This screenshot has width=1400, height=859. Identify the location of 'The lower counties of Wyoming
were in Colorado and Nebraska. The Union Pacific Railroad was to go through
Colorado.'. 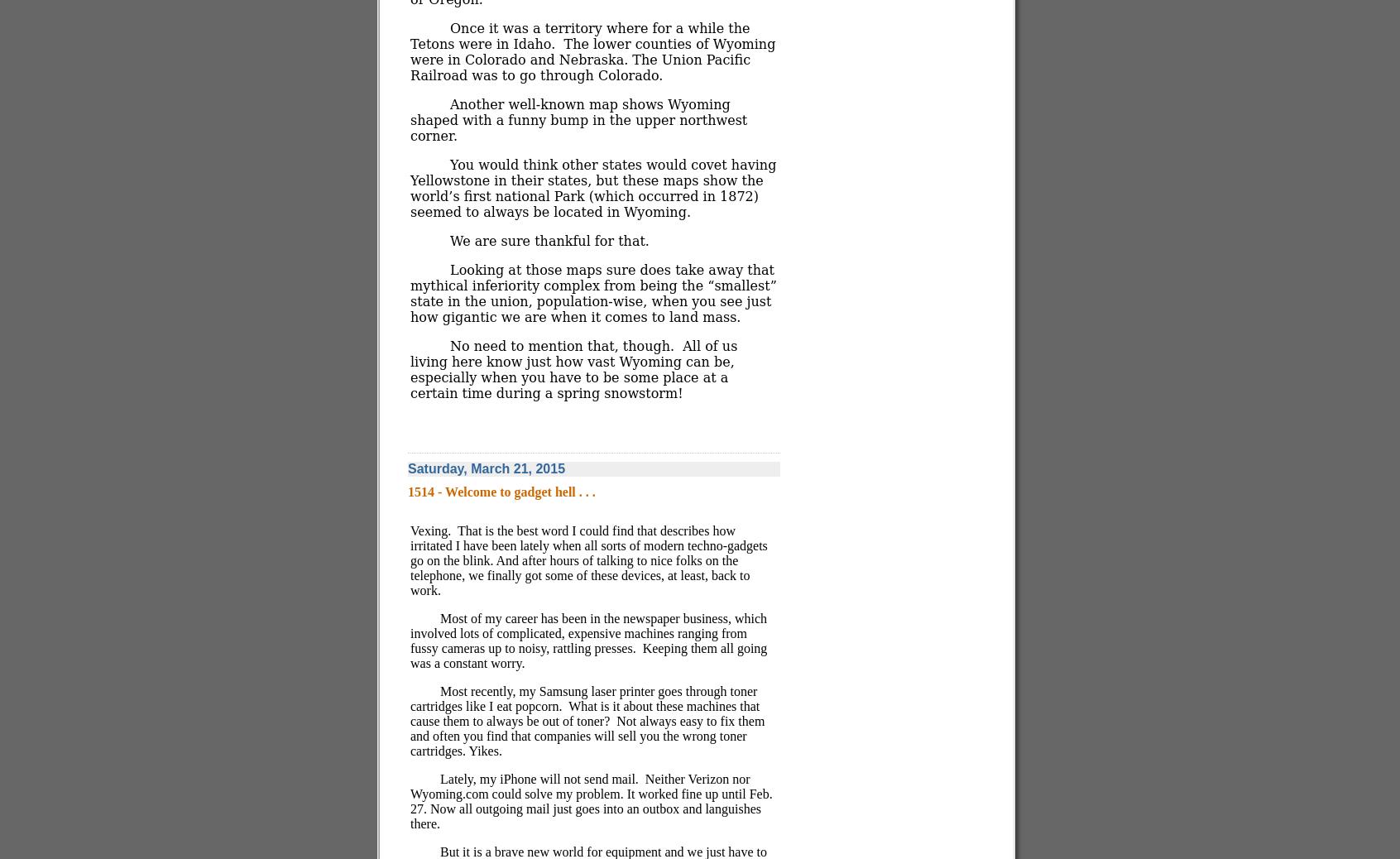
(592, 59).